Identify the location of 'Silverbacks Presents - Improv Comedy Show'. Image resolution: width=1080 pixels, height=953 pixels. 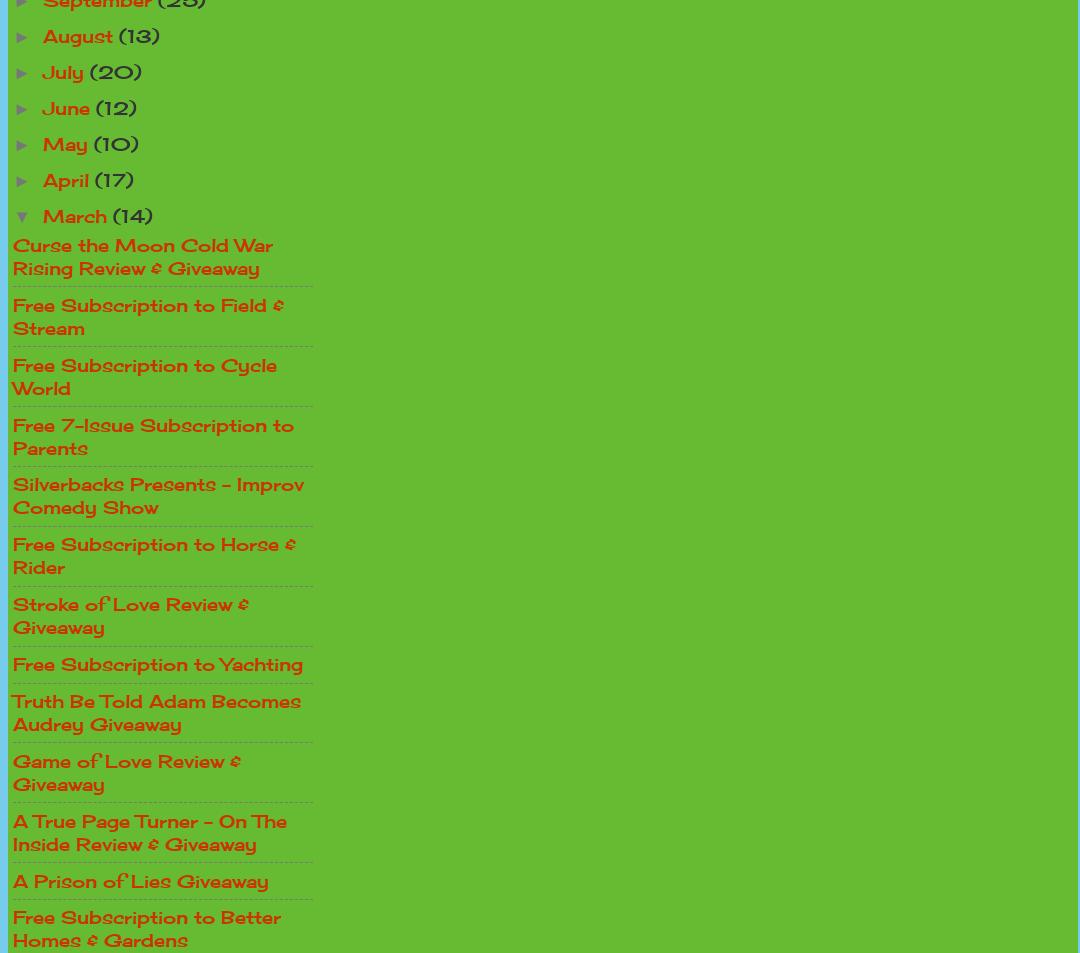
(157, 495).